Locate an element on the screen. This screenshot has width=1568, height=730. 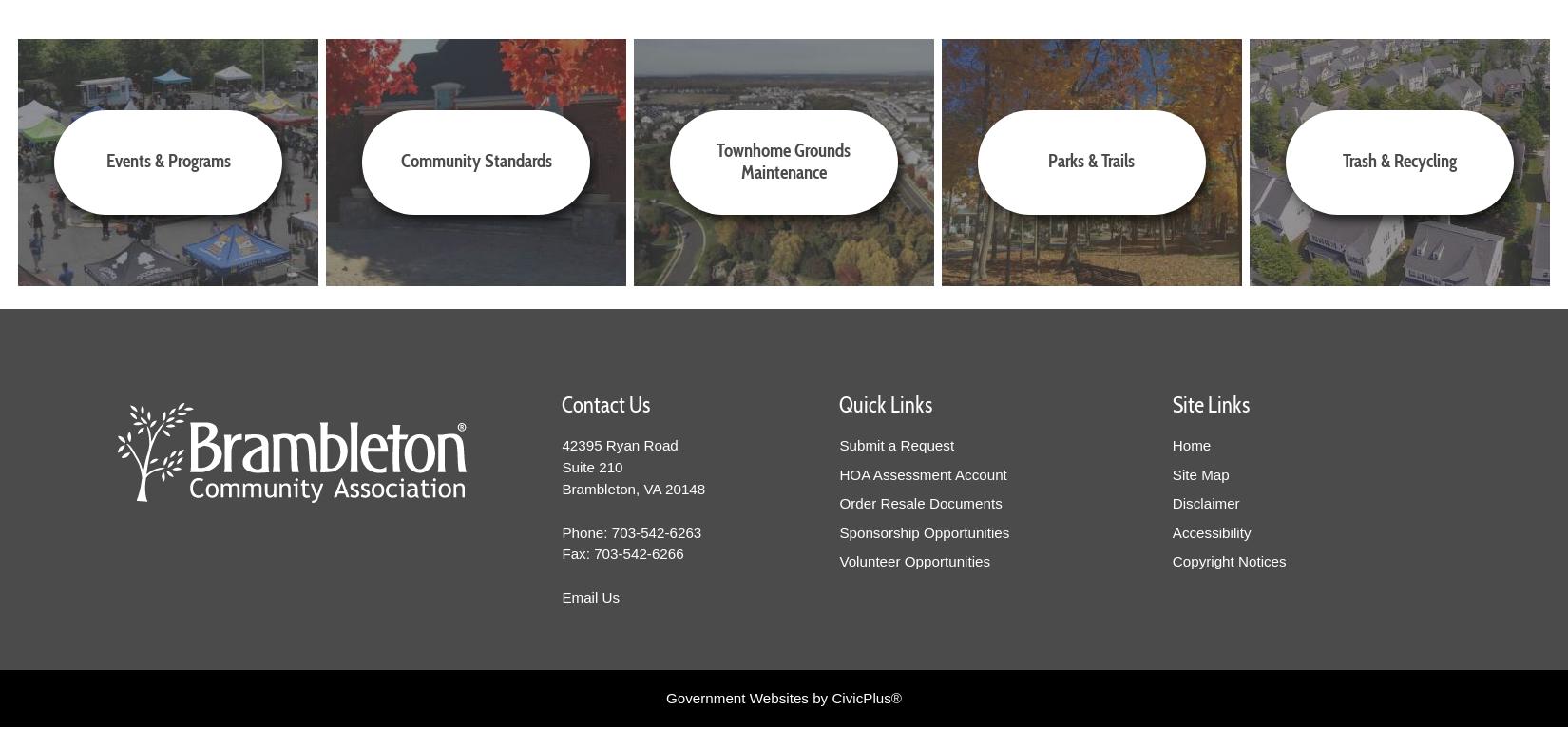
'Brambleton, VA 20148' is located at coordinates (561, 487).